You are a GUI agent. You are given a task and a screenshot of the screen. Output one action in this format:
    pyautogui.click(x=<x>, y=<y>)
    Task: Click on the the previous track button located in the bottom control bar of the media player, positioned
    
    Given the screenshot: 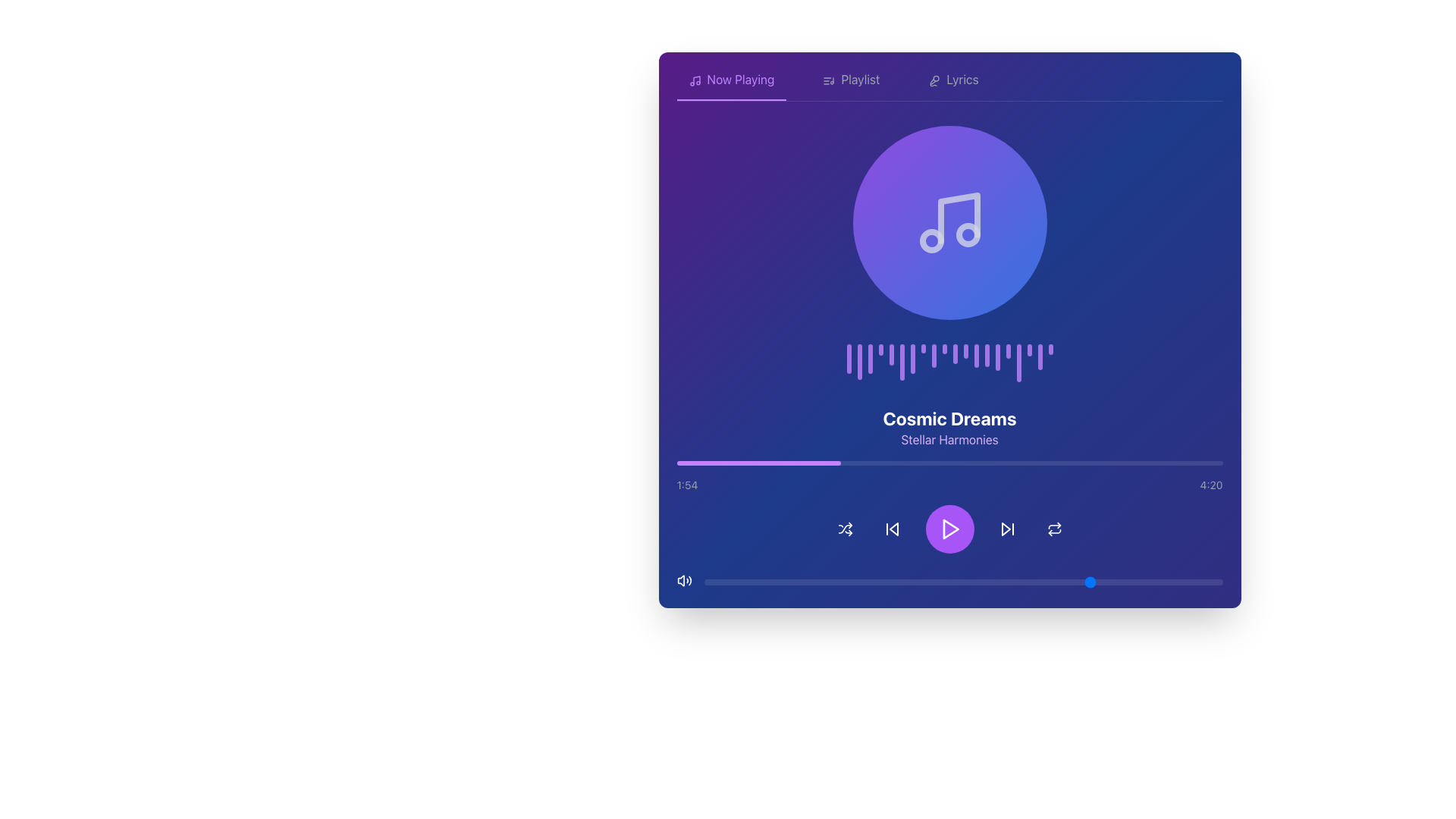 What is the action you would take?
    pyautogui.click(x=892, y=529)
    